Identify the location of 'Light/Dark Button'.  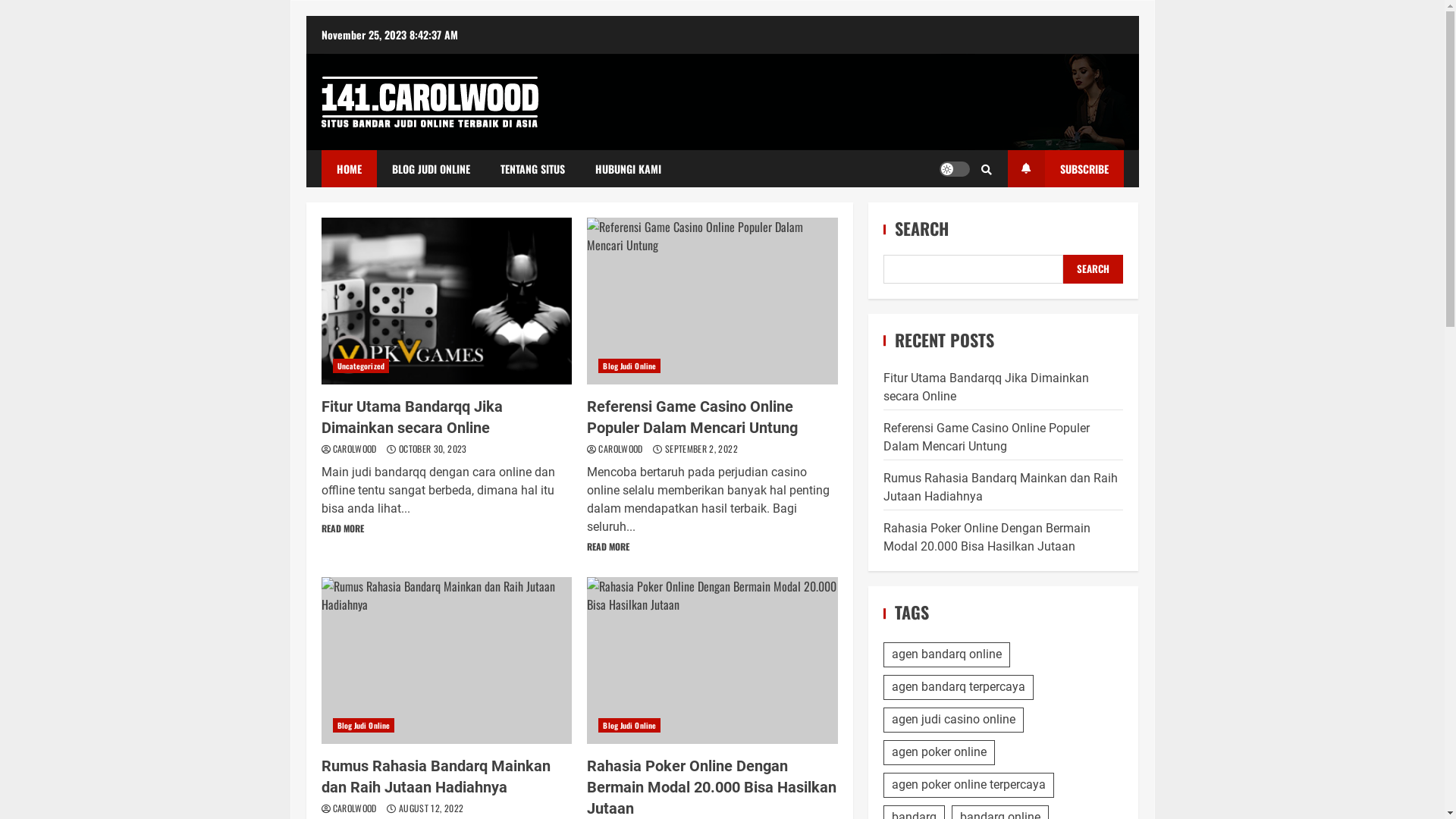
(952, 168).